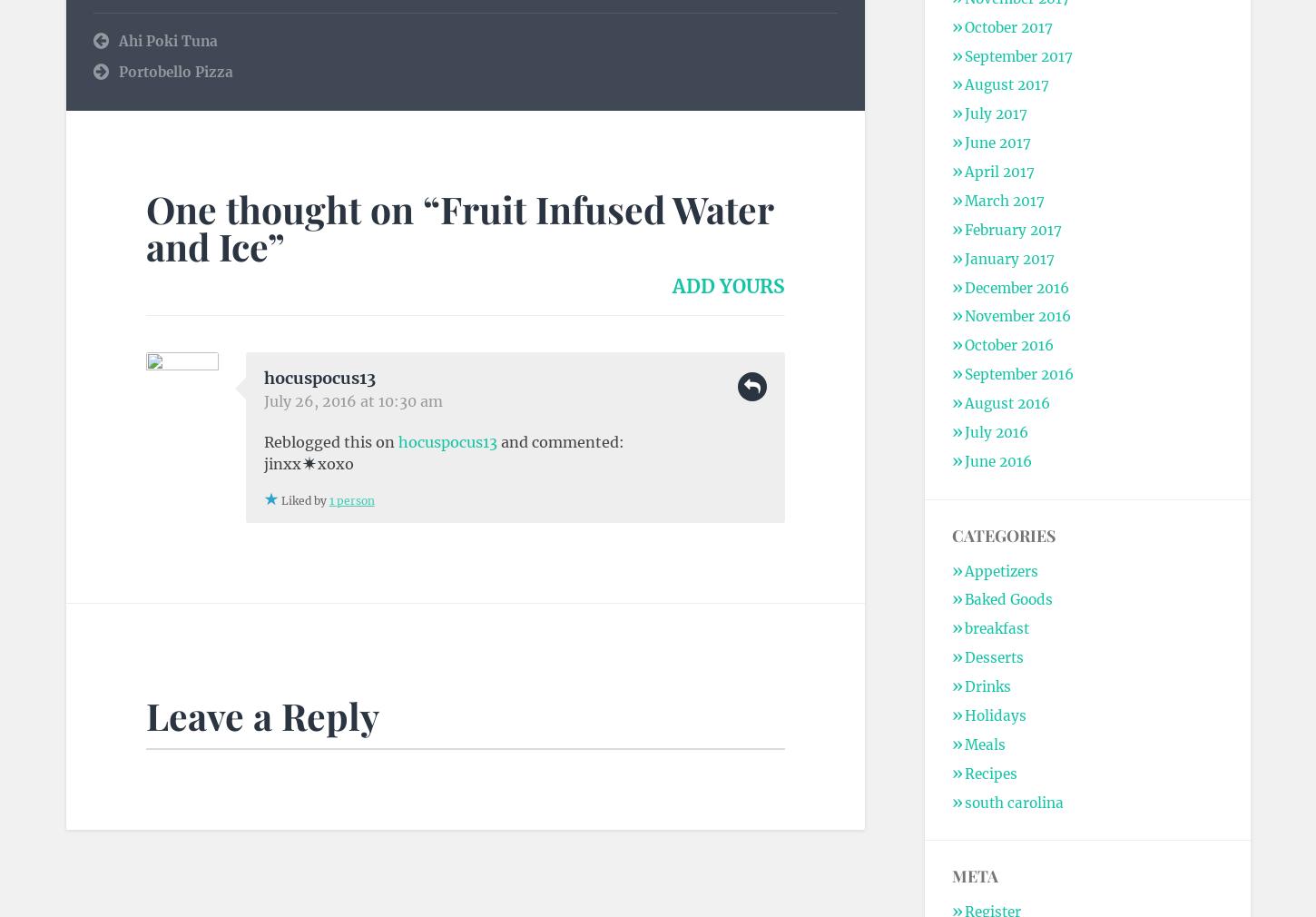 Image resolution: width=1316 pixels, height=917 pixels. What do you see at coordinates (996, 459) in the screenshot?
I see `'June 2016'` at bounding box center [996, 459].